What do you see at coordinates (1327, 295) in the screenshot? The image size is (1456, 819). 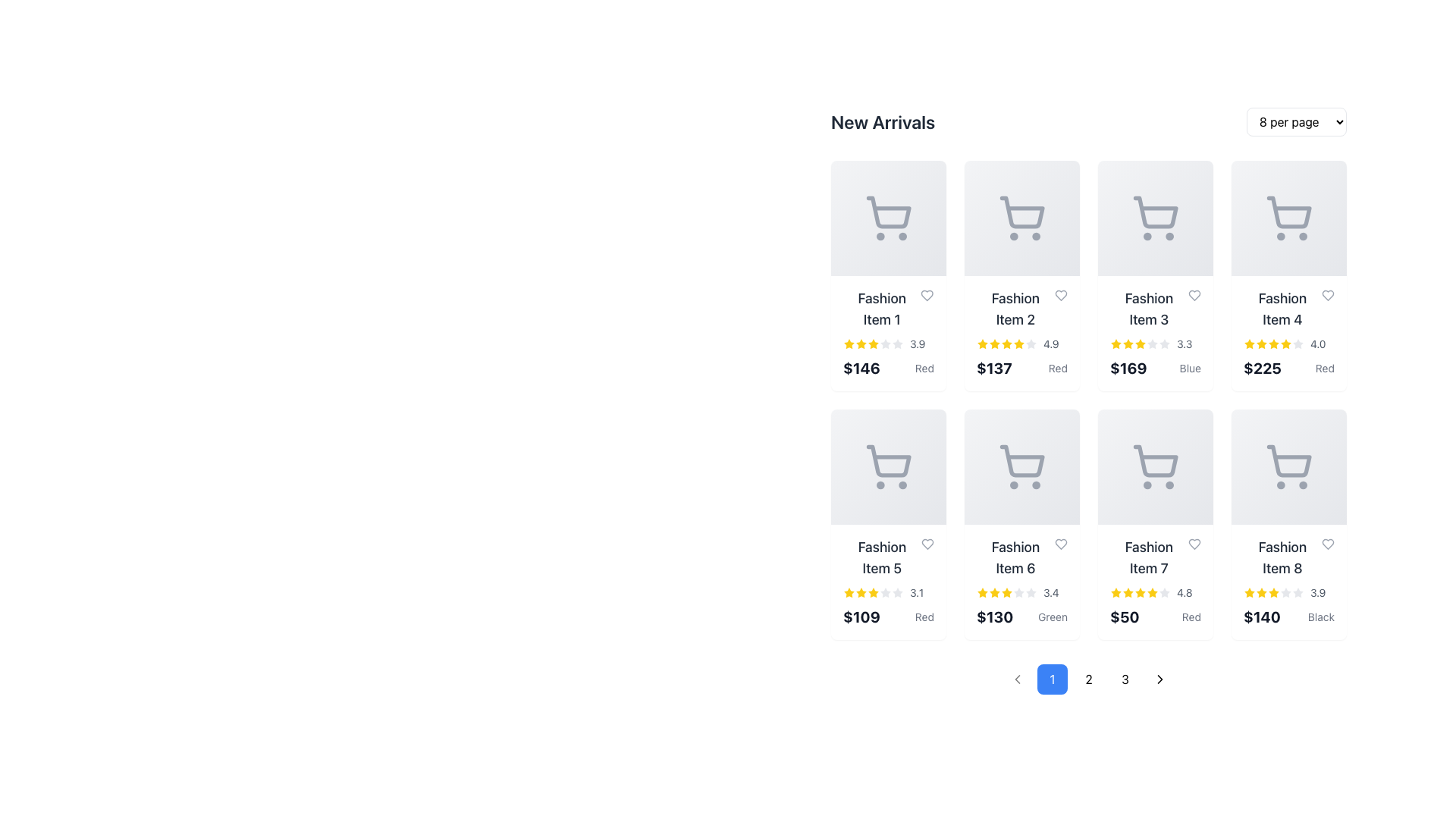 I see `the favorite toggle button (heart icon) located in the top-right corner of the product card for 'Fashion Item 4'` at bounding box center [1327, 295].